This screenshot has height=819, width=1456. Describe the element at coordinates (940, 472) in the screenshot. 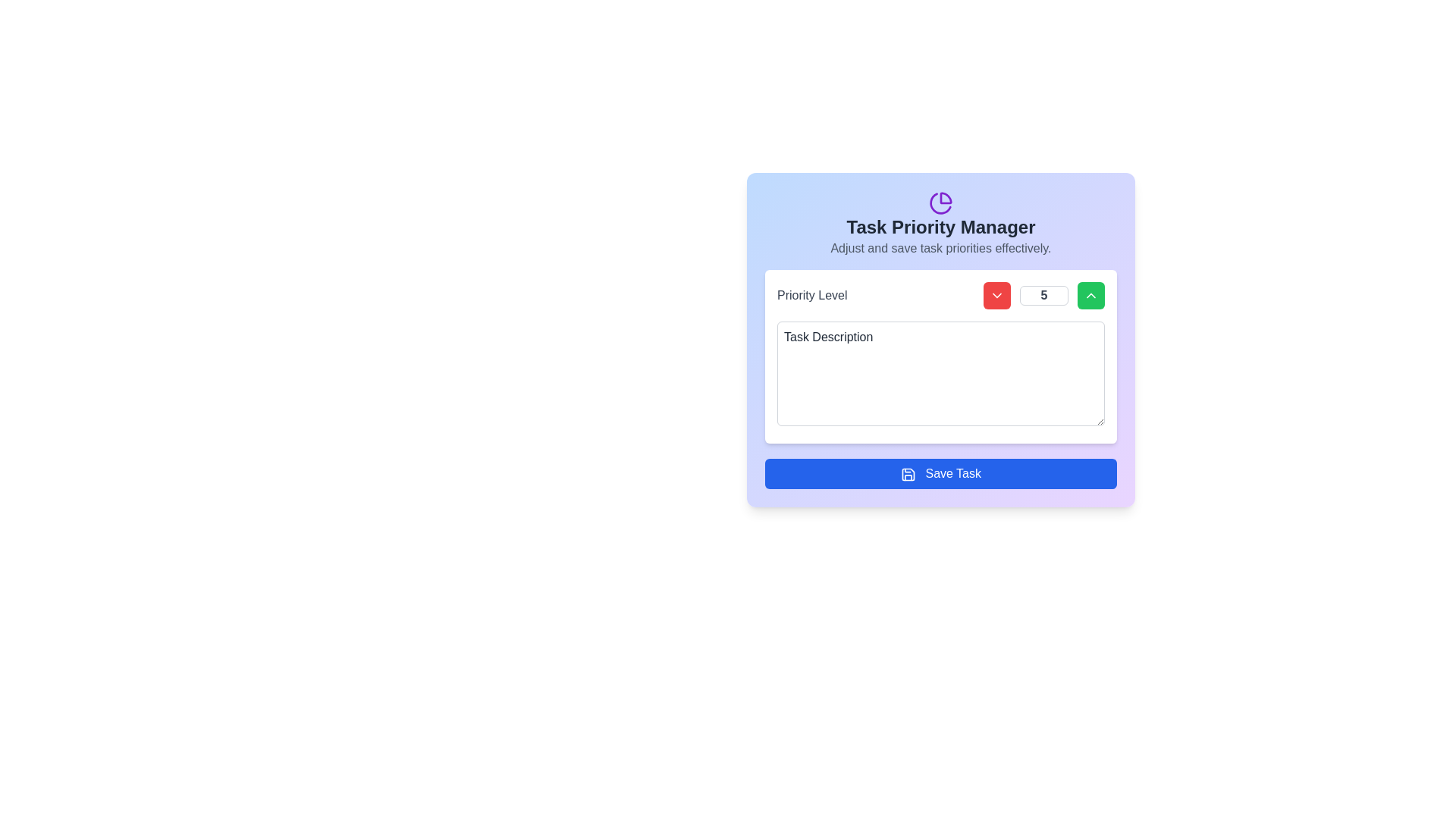

I see `the submit button located at the bottom of the 'Task Priority Manager' card for keyboard interaction` at that location.